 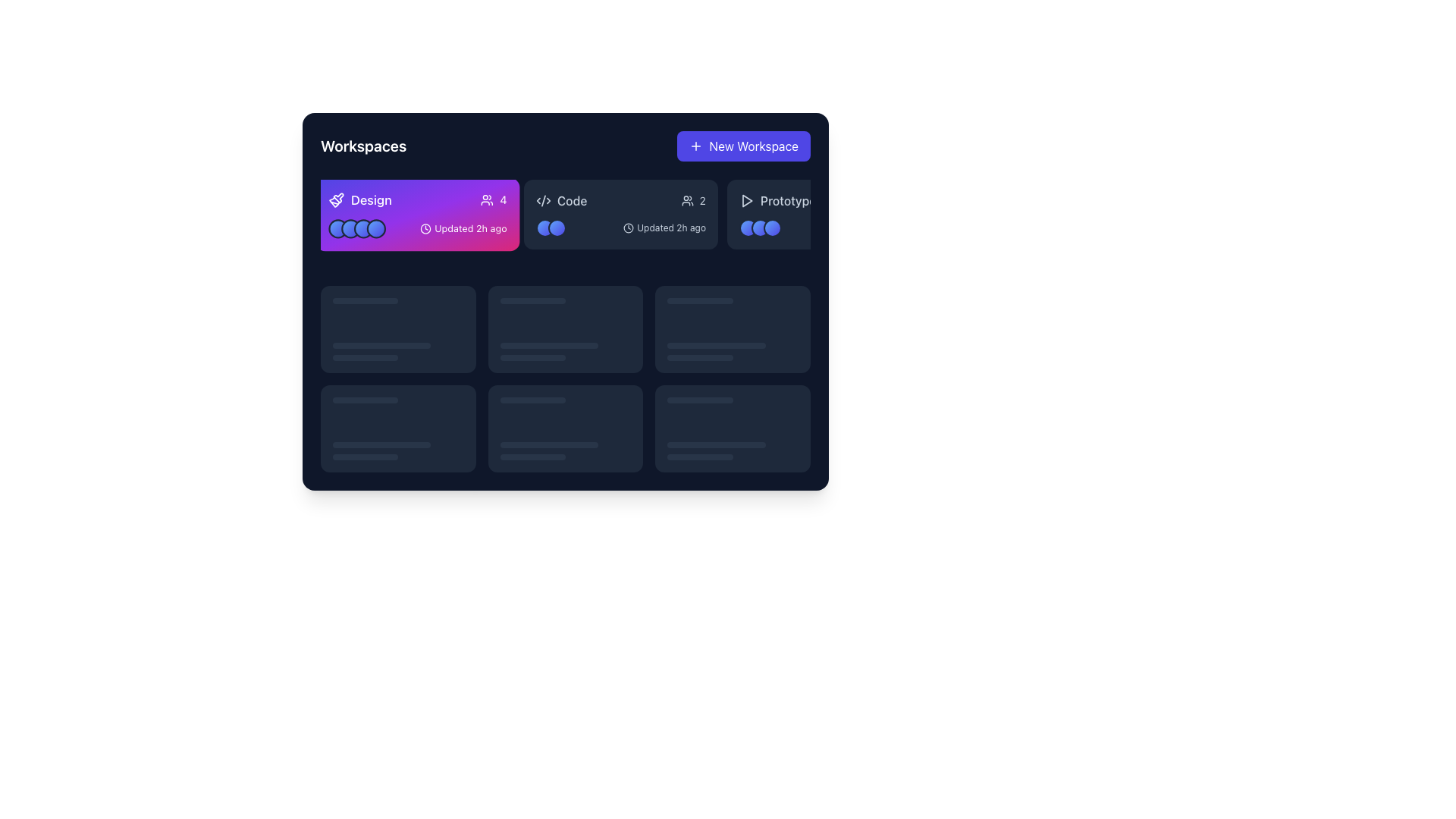 I want to click on the Play Button icon located to the left of the 'Prototype' text in the upper-right workspace section, so click(x=746, y=200).